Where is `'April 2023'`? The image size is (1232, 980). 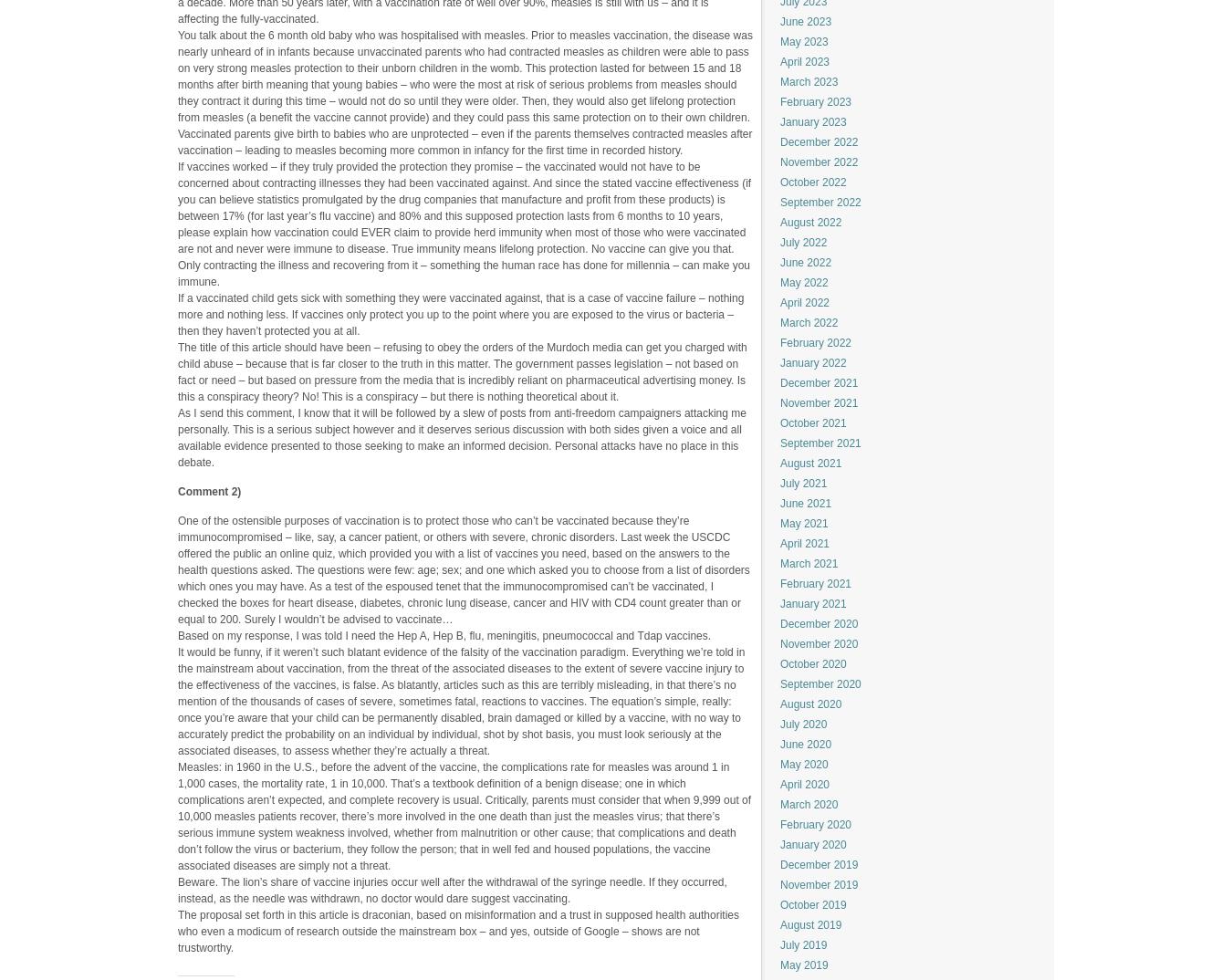
'April 2023' is located at coordinates (779, 61).